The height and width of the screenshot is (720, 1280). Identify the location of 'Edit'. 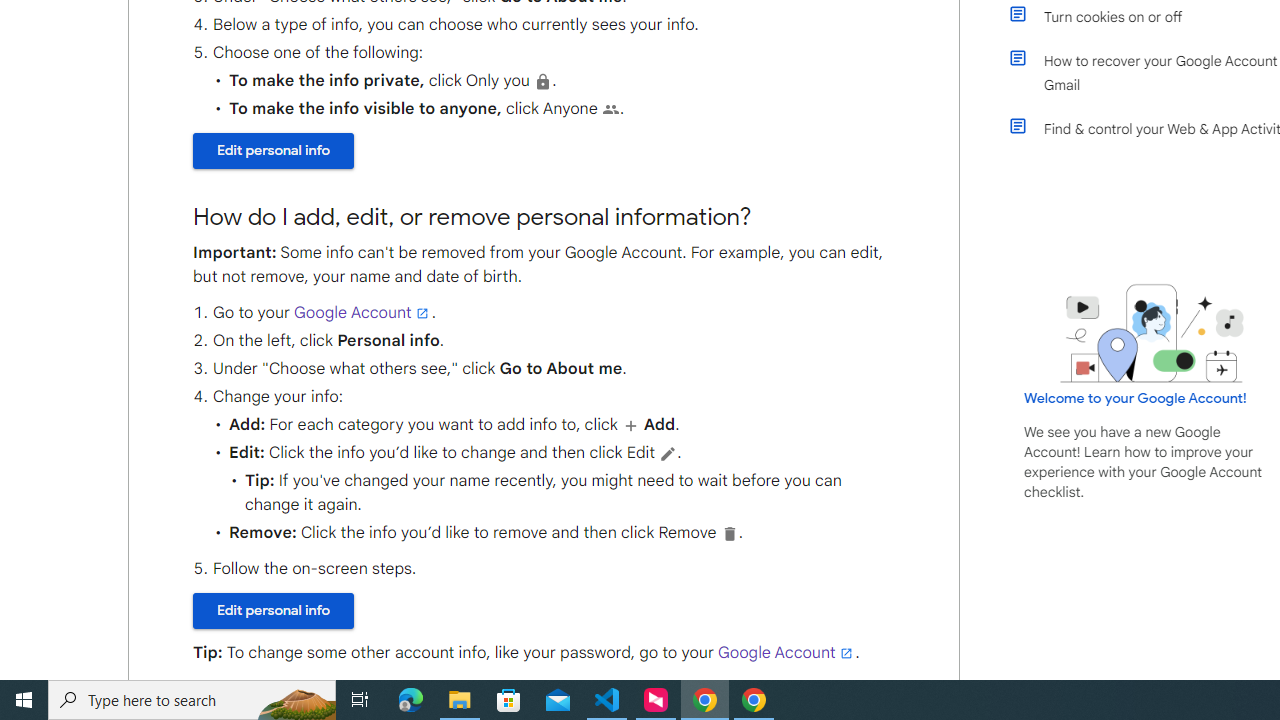
(668, 453).